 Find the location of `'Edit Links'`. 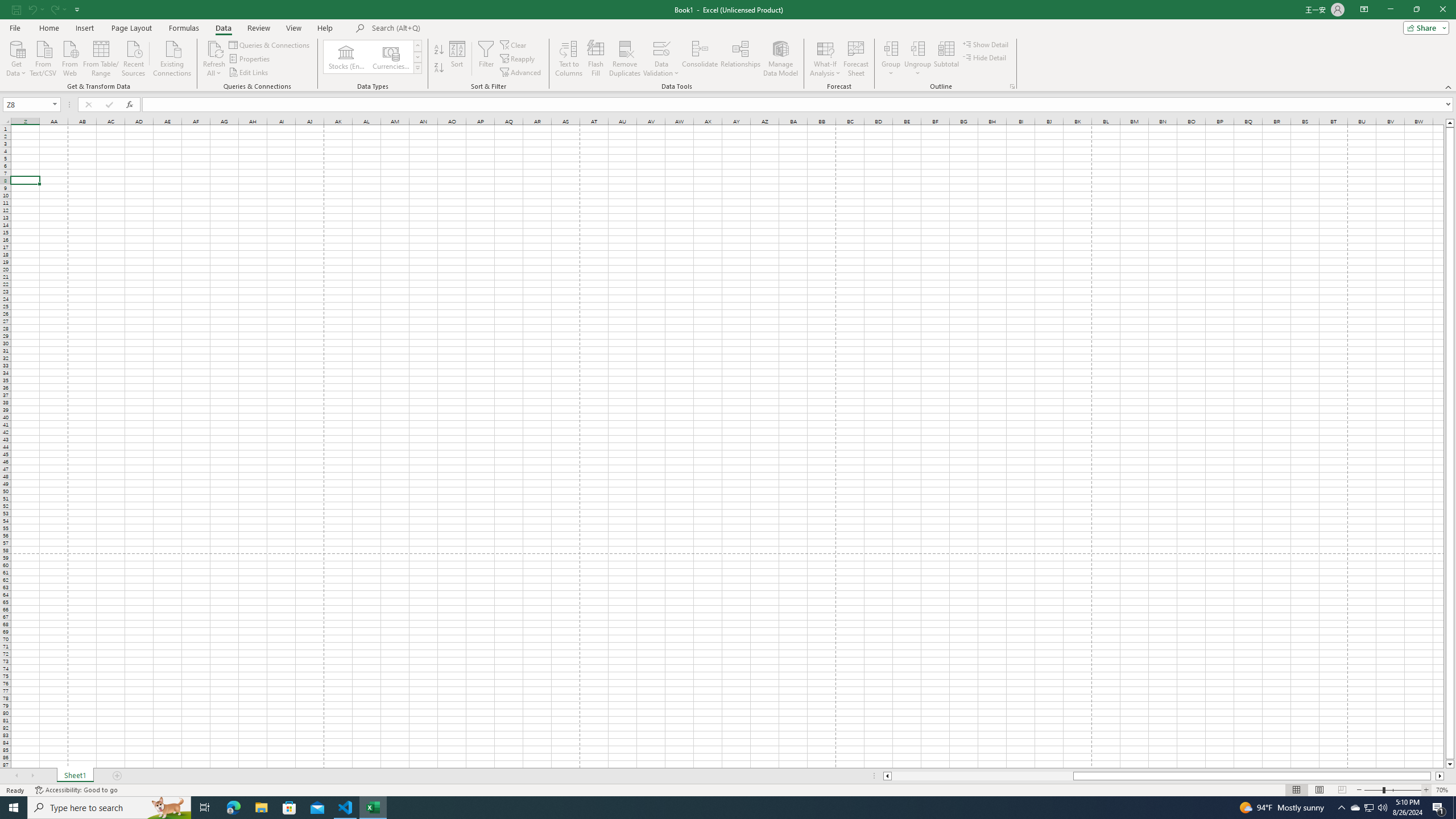

'Edit Links' is located at coordinates (250, 72).